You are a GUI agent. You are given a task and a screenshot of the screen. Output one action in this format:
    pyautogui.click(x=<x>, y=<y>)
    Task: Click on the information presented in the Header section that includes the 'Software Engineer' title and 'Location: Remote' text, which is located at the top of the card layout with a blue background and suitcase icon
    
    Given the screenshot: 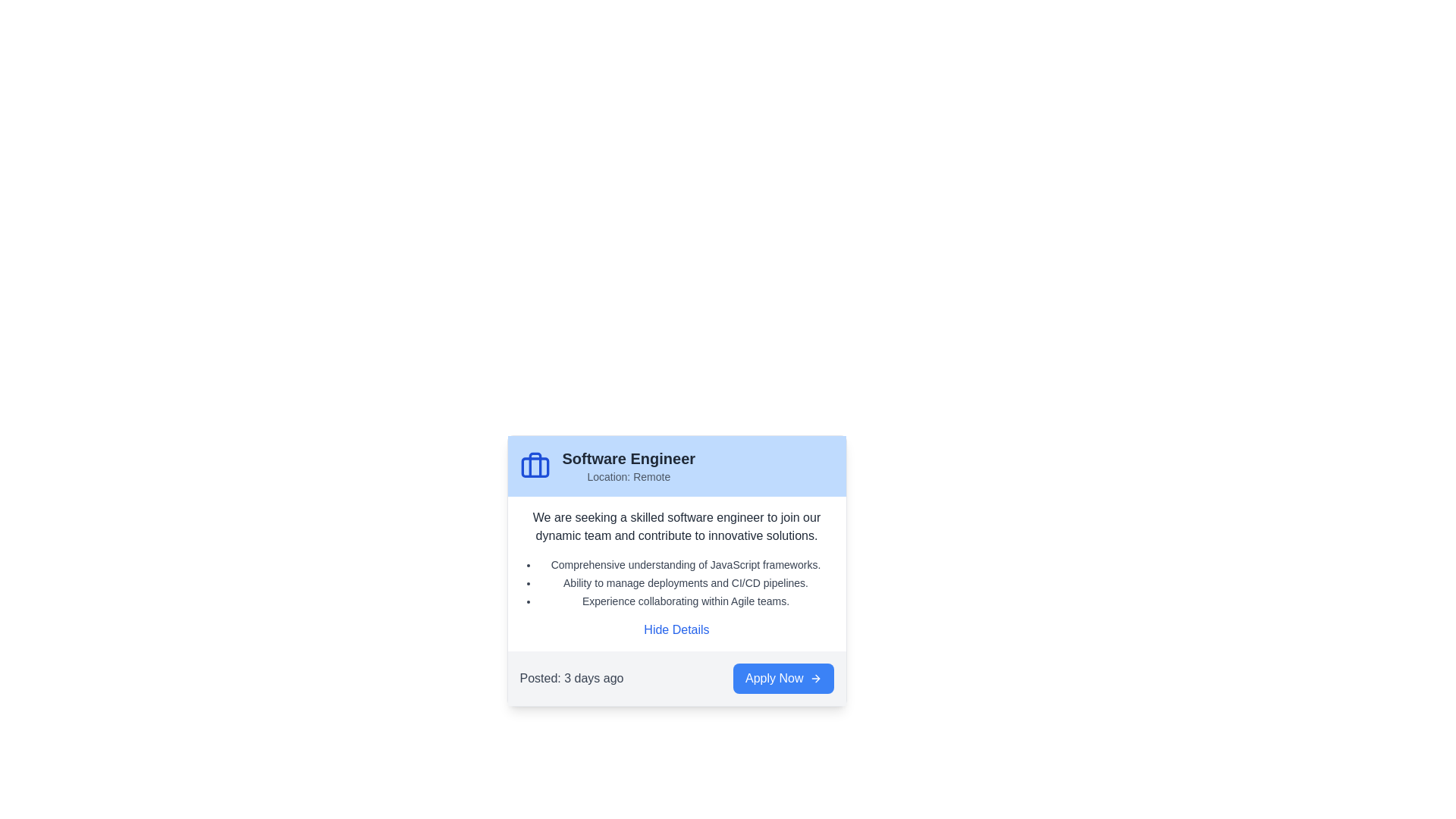 What is the action you would take?
    pyautogui.click(x=676, y=465)
    